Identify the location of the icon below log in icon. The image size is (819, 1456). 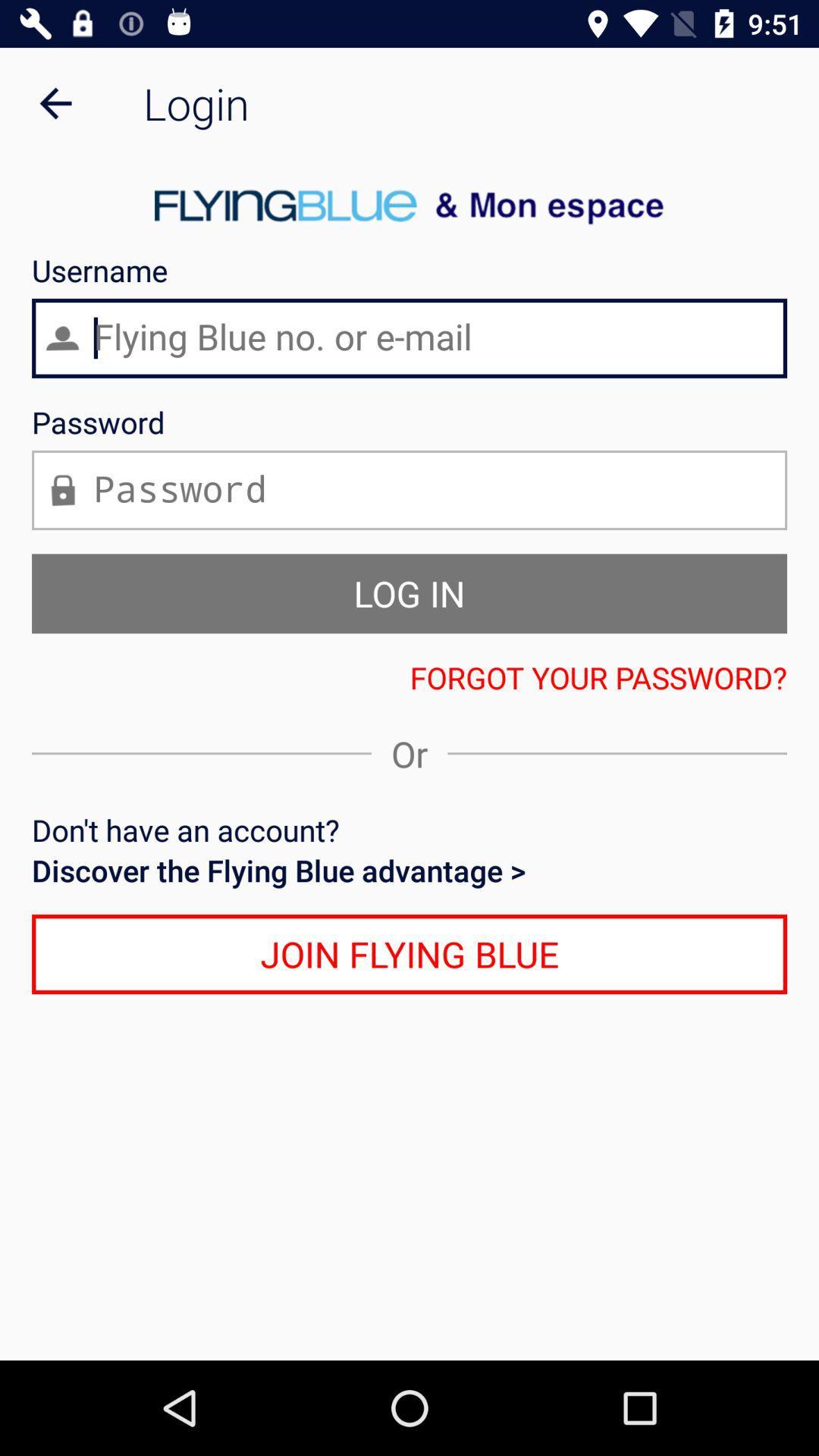
(409, 676).